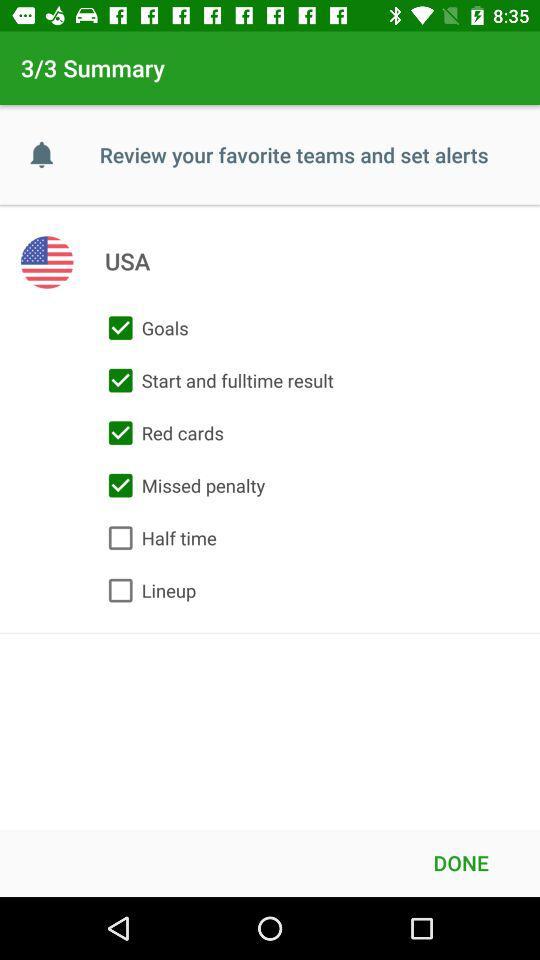 This screenshot has width=540, height=960. What do you see at coordinates (461, 861) in the screenshot?
I see `done icon` at bounding box center [461, 861].